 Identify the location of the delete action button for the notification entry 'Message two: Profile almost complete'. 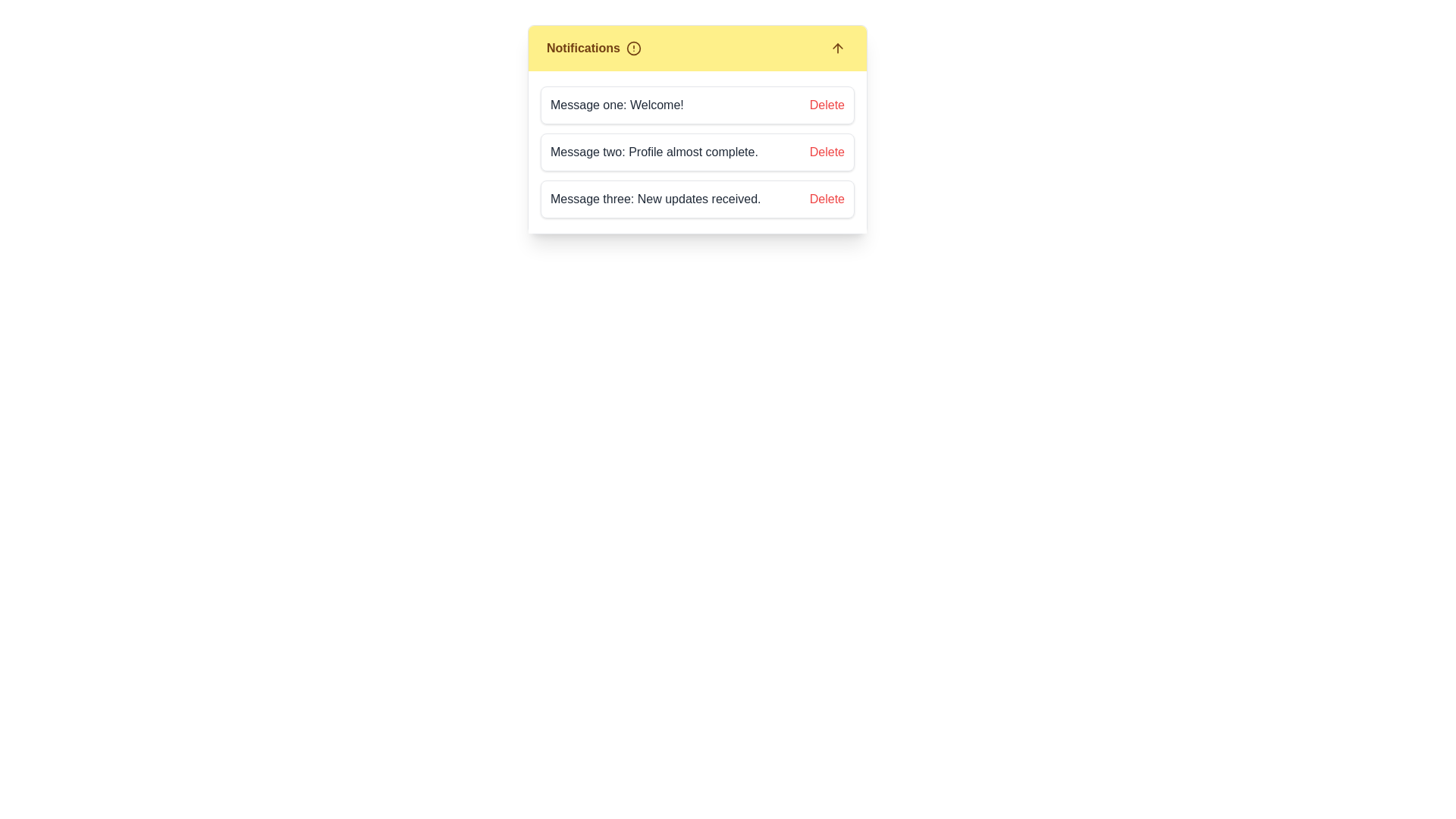
(826, 152).